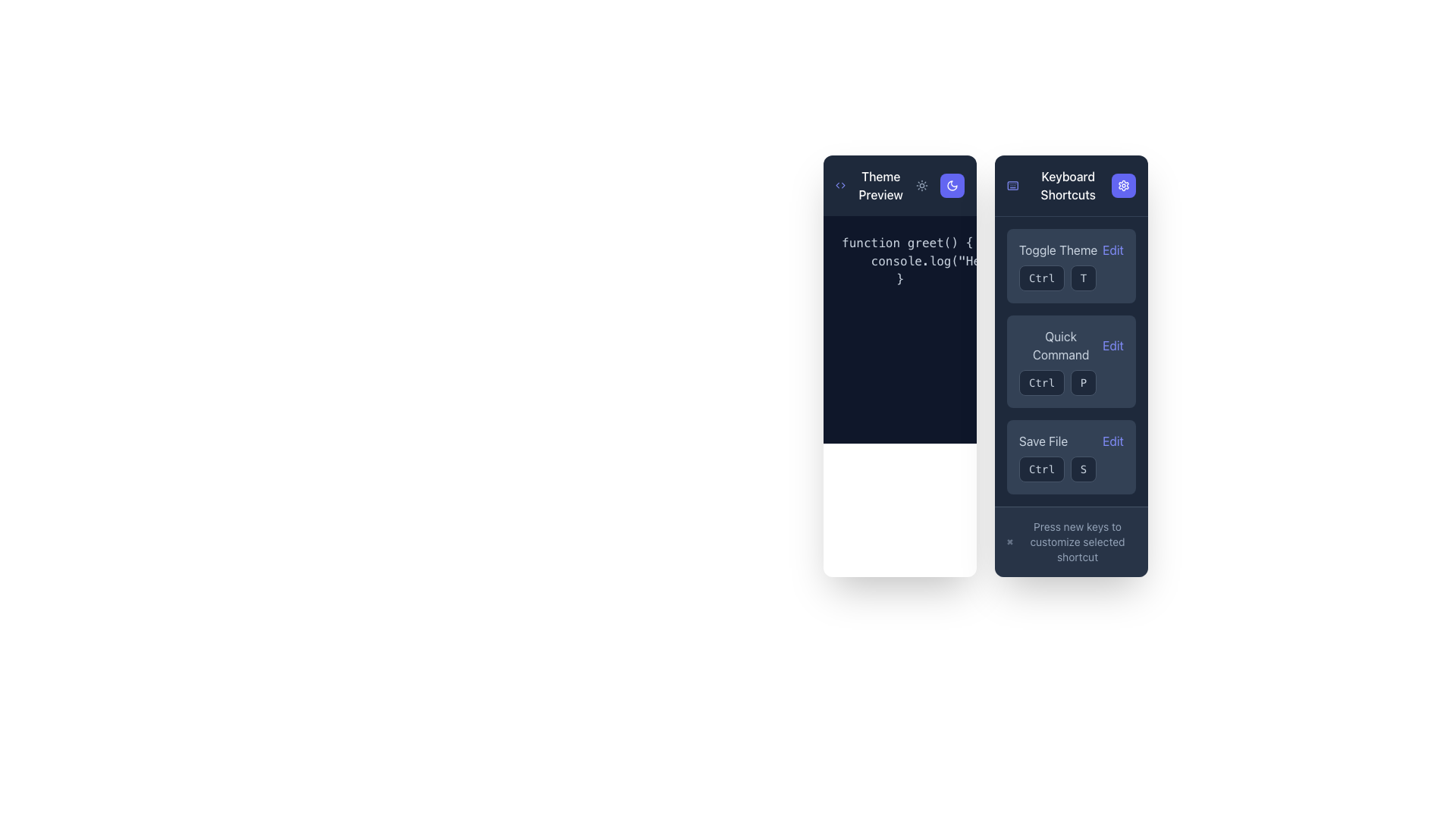 This screenshot has width=1456, height=819. What do you see at coordinates (1124, 185) in the screenshot?
I see `the settings button located at the top-right corner of the 'Keyboard Shortcuts' section header` at bounding box center [1124, 185].